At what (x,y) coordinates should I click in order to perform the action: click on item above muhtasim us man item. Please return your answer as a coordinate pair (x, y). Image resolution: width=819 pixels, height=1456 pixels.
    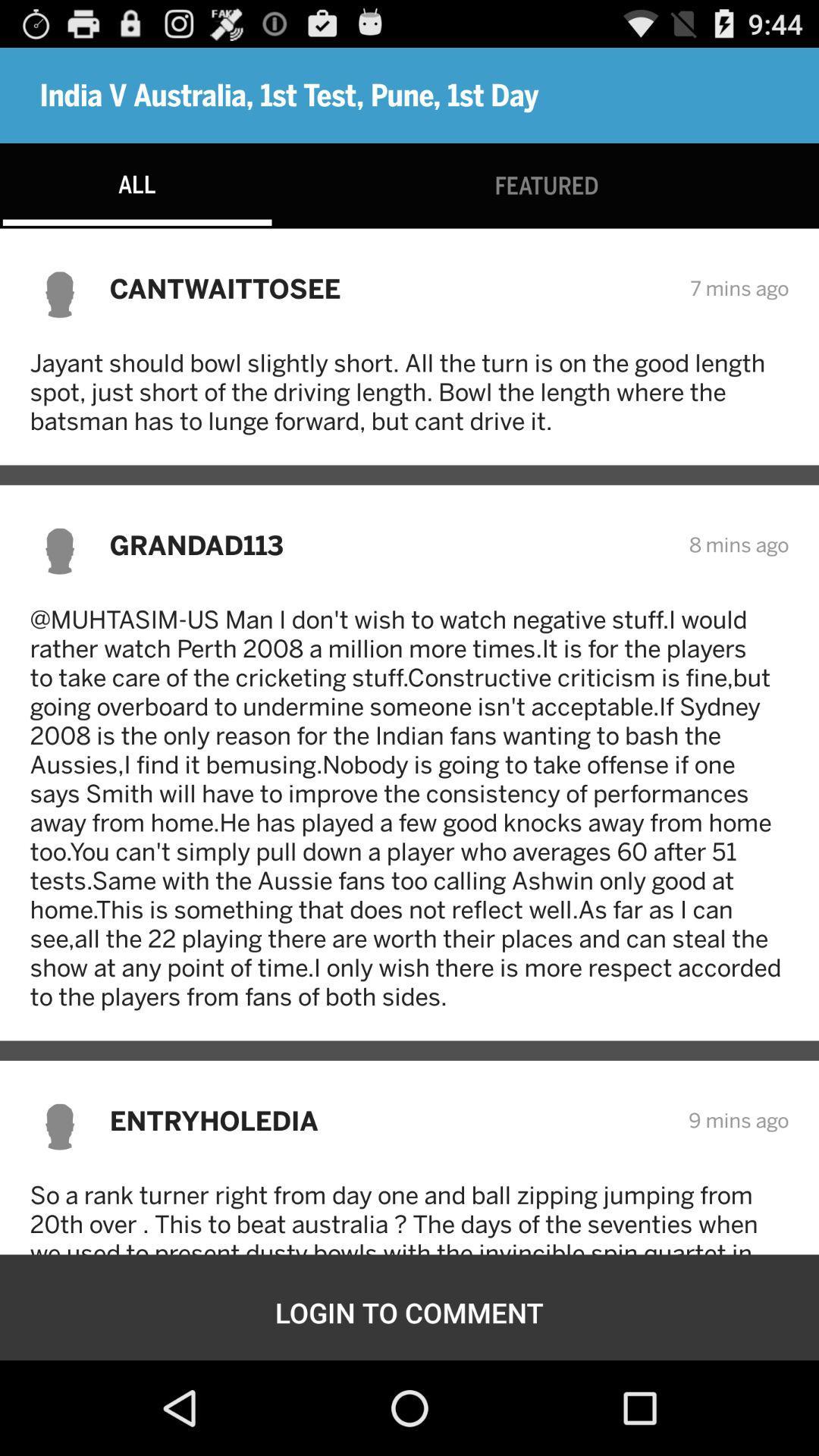
    Looking at the image, I should click on (388, 544).